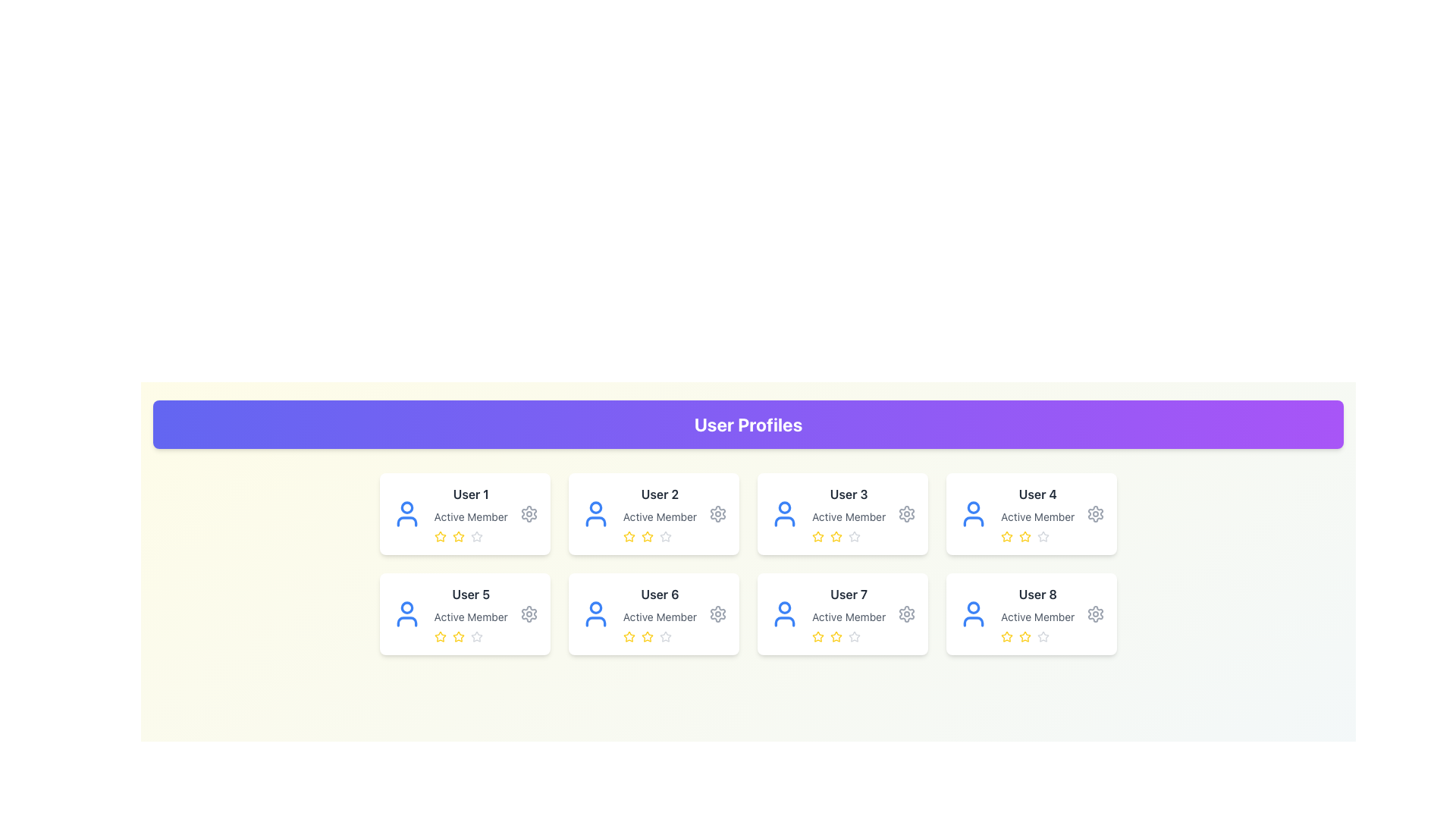 This screenshot has width=1456, height=819. What do you see at coordinates (457, 636) in the screenshot?
I see `the visual state of the second star icon in the rating system within the profile card labeled 'User 5'` at bounding box center [457, 636].